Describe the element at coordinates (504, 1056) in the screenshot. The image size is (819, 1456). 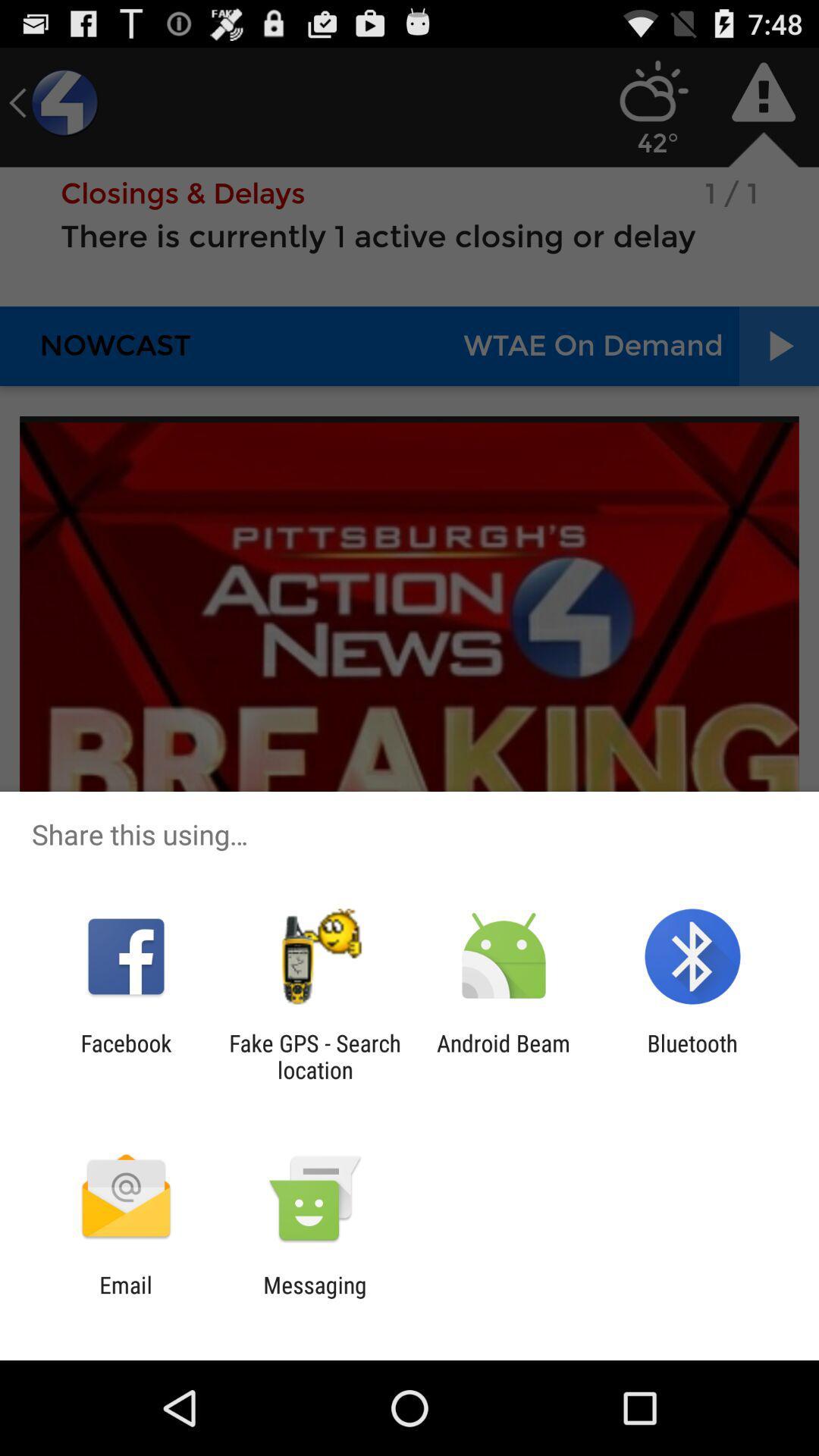
I see `android beam` at that location.